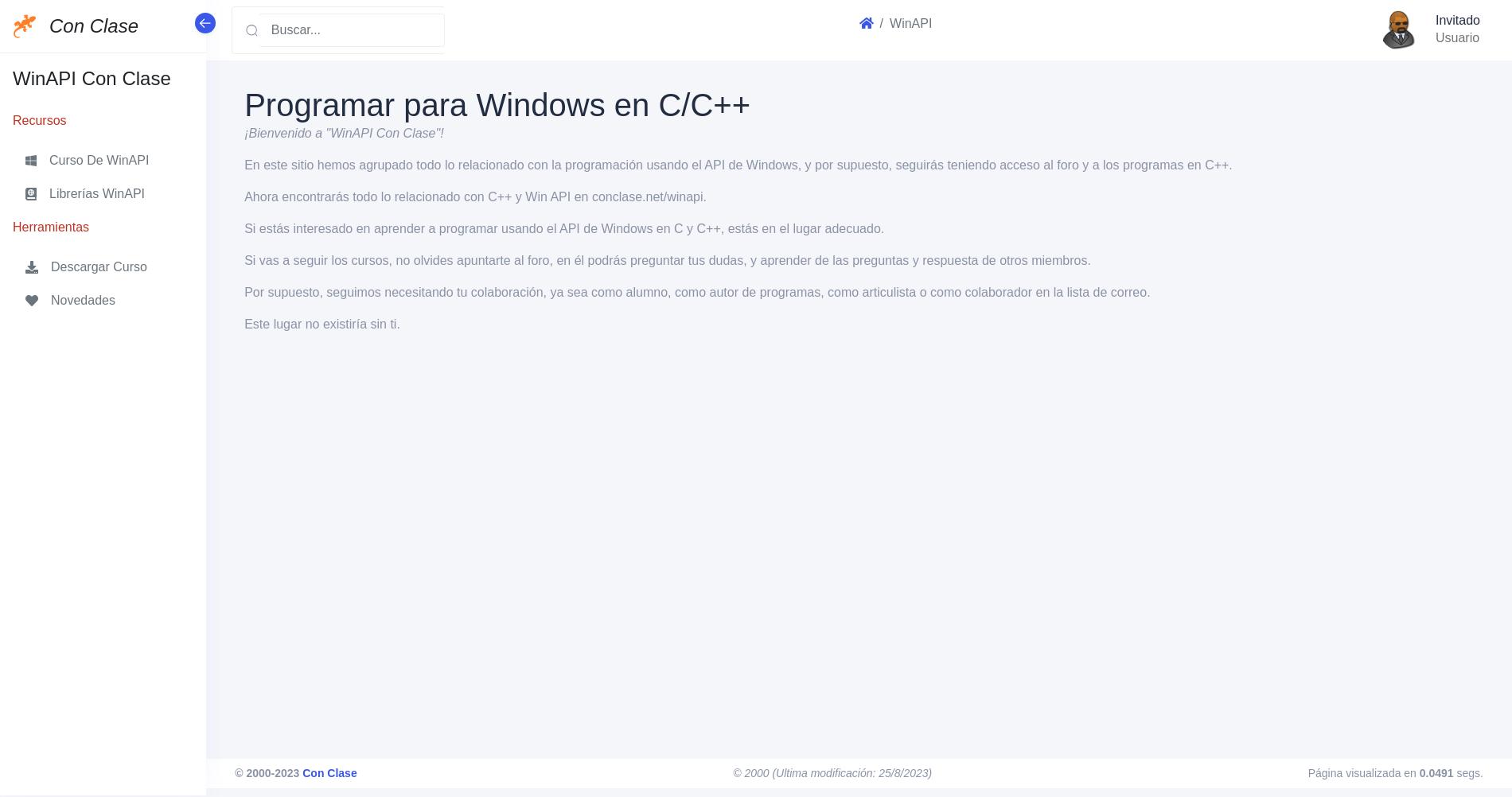 Image resolution: width=1512 pixels, height=797 pixels. What do you see at coordinates (666, 259) in the screenshot?
I see `'Si vas a seguir los cursos, no olvides apuntarte al foro, en él
	podrás preguntar tus dudas, y aprender de las preguntas y respuesta de otros
  miembros.'` at bounding box center [666, 259].